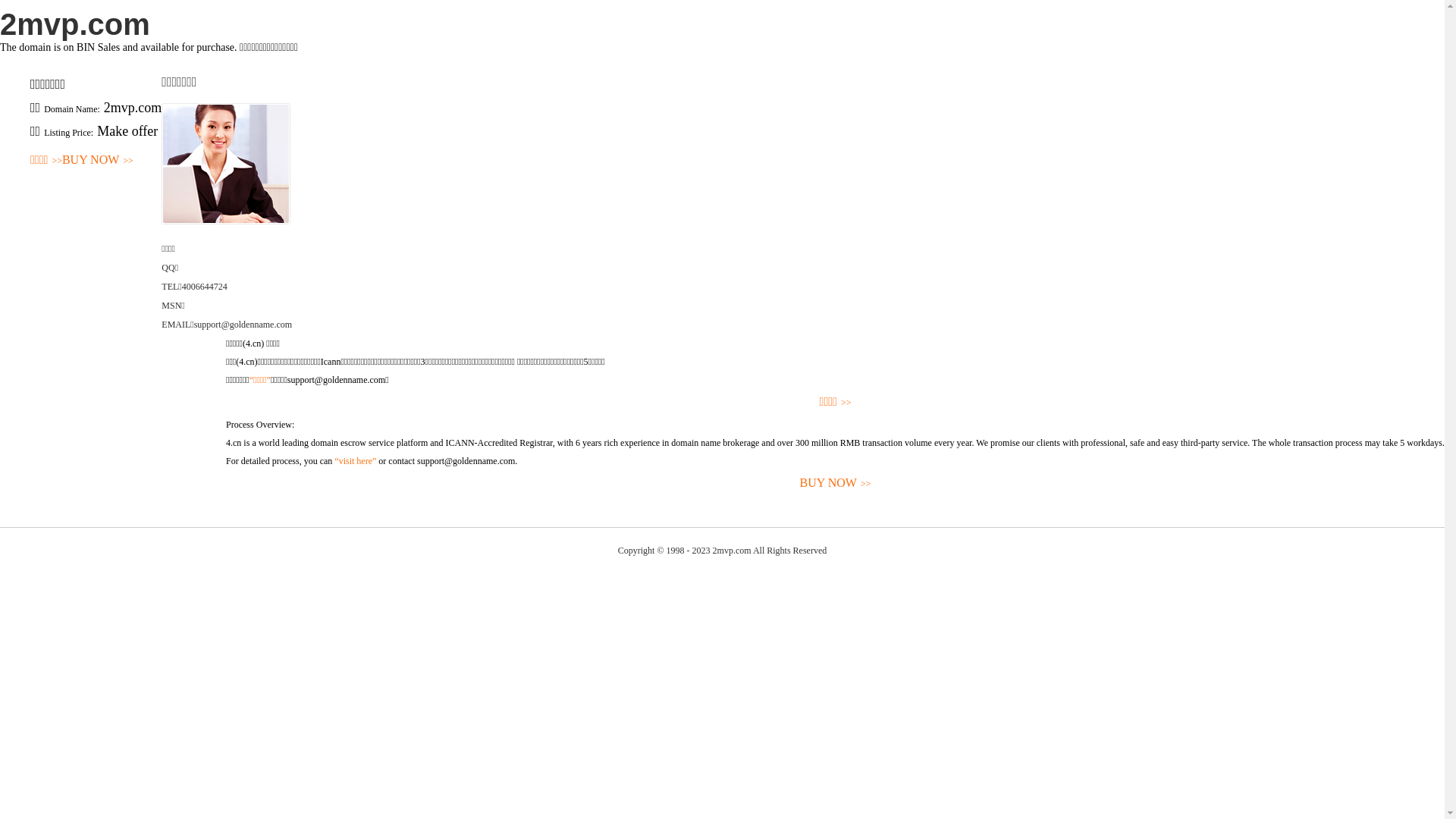  I want to click on 'BUY NOW>>', so click(834, 483).